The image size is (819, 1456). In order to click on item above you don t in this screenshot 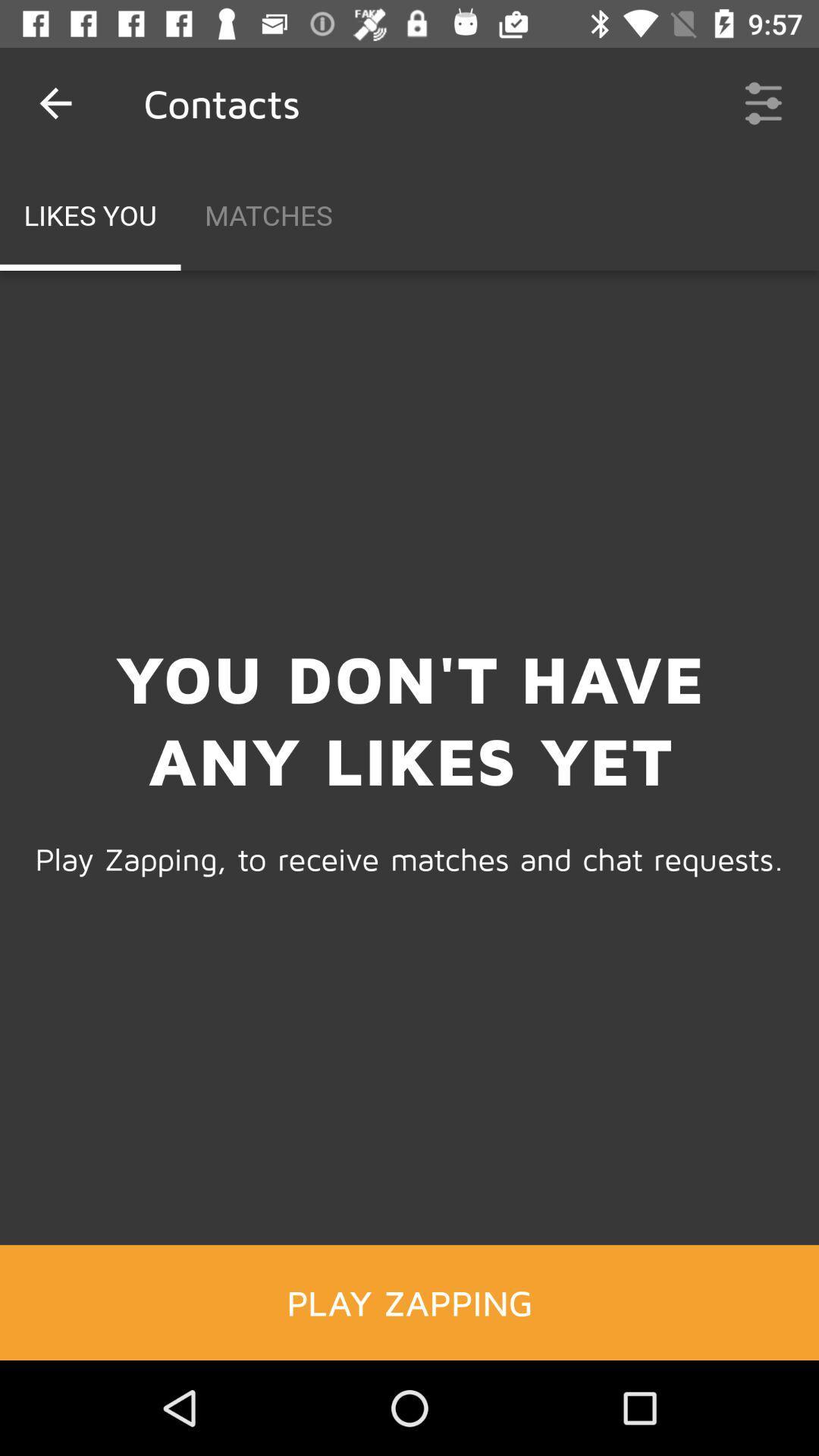, I will do `click(763, 102)`.